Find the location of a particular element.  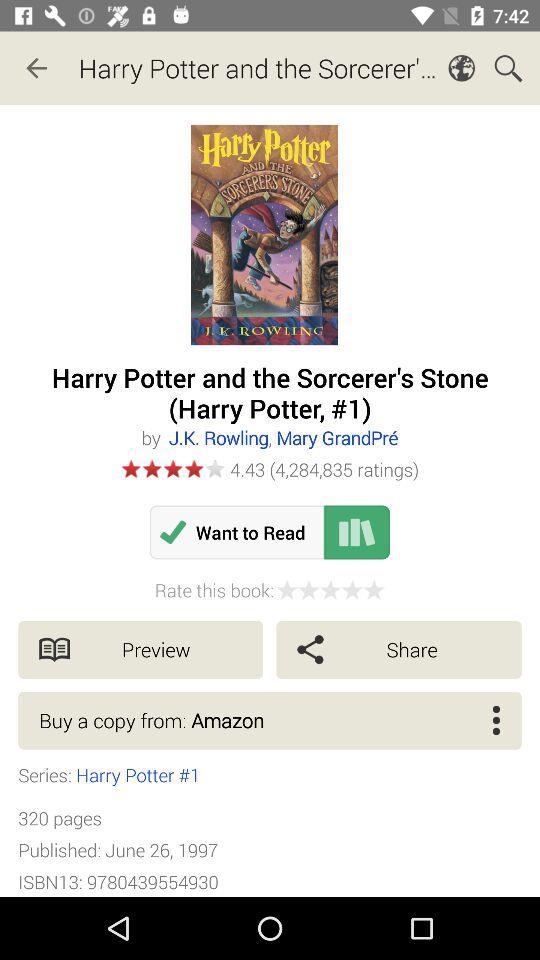

j k rowling is located at coordinates (282, 437).